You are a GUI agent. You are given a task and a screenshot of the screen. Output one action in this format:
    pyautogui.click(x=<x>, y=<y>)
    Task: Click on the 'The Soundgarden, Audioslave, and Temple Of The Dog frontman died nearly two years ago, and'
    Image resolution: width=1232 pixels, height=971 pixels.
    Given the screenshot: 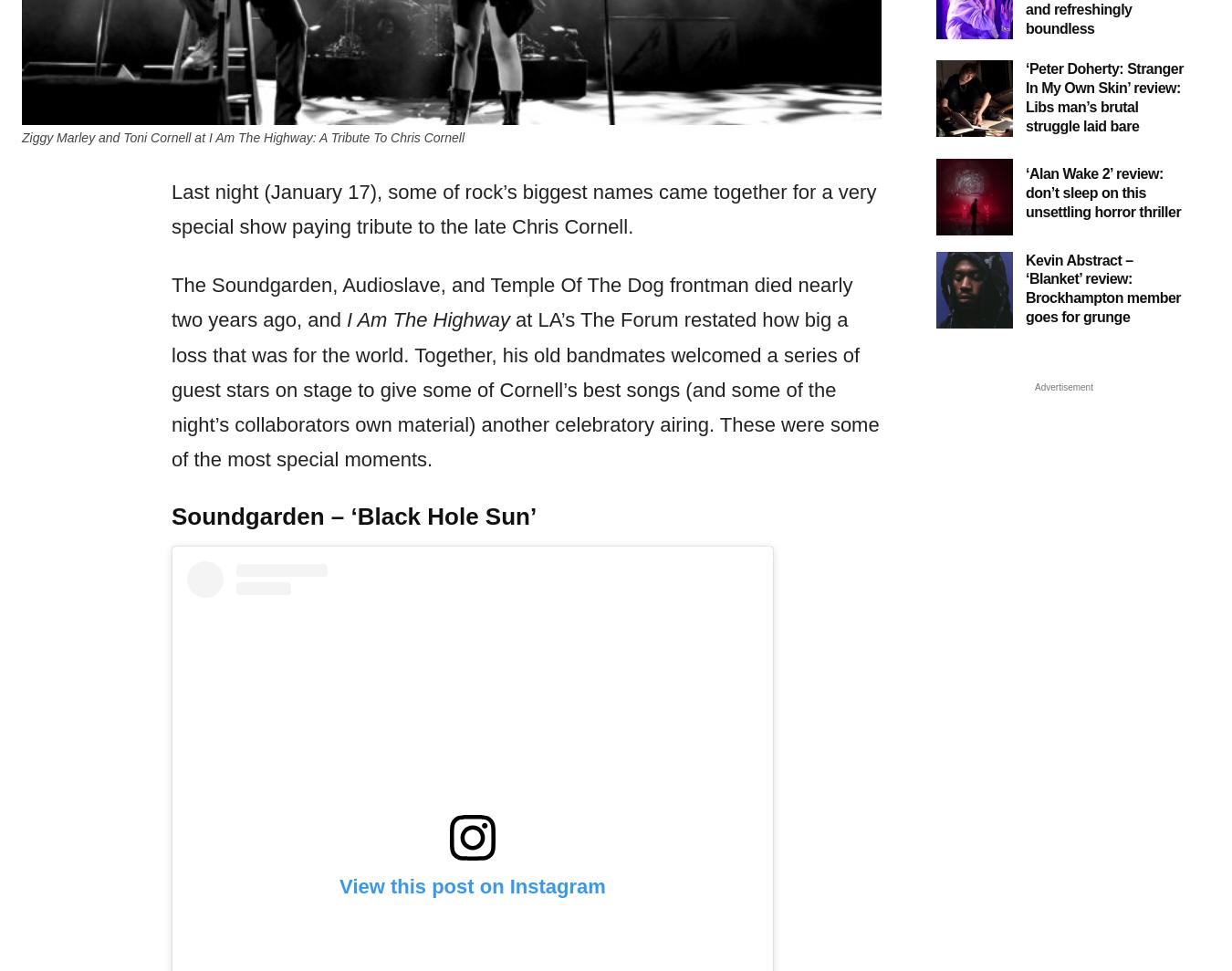 What is the action you would take?
    pyautogui.click(x=511, y=302)
    